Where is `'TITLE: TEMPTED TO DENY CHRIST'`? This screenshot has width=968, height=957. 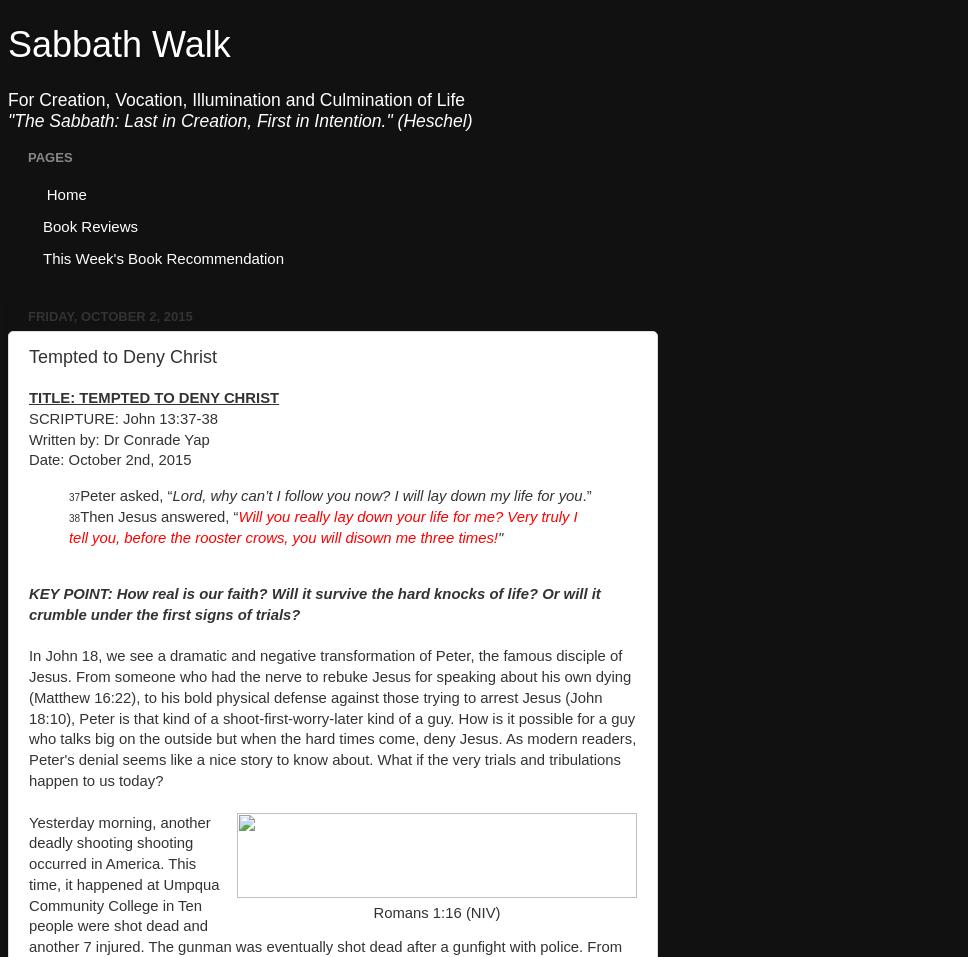 'TITLE: TEMPTED TO DENY CHRIST' is located at coordinates (153, 397).